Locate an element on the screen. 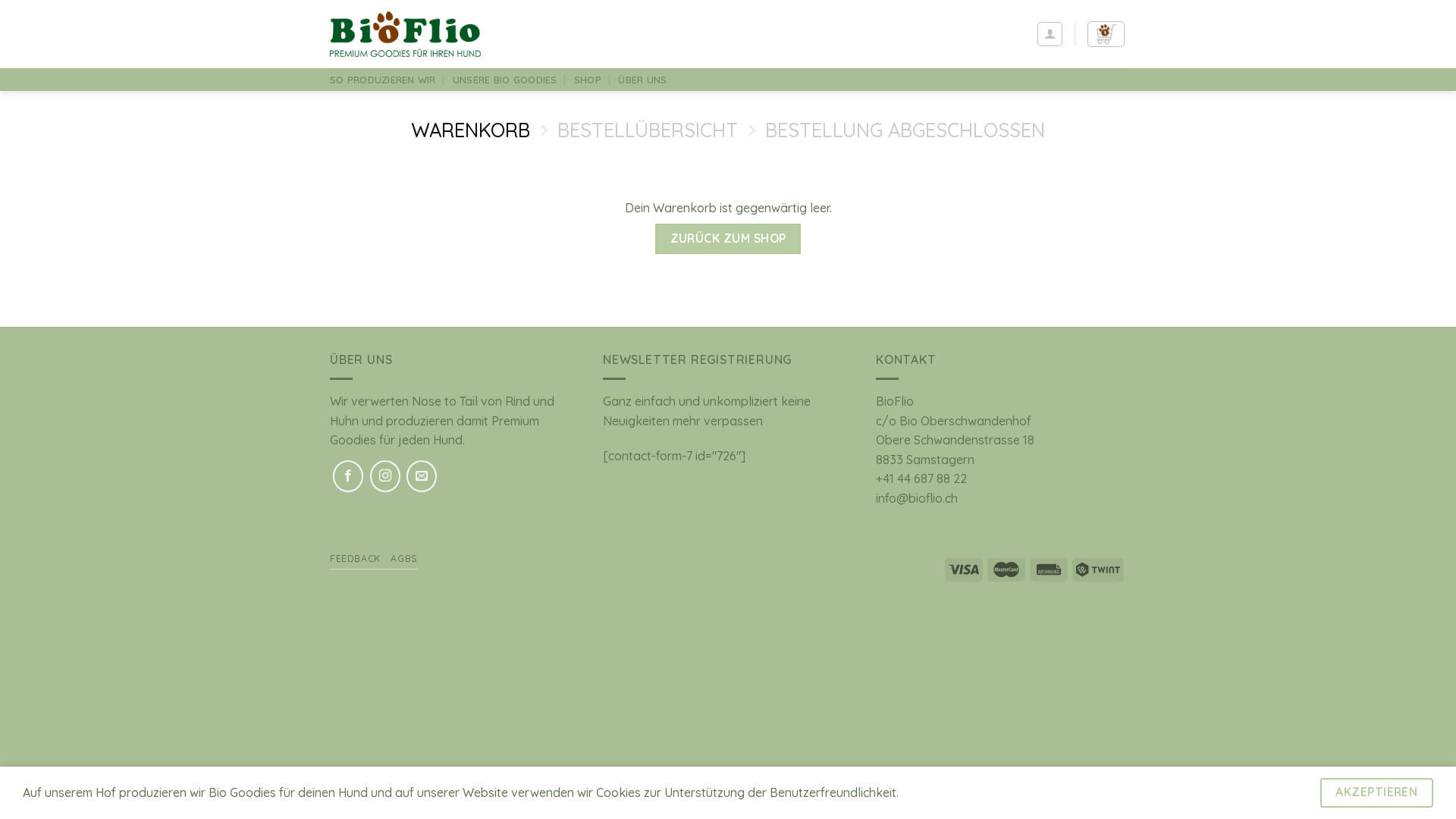 The image size is (1456, 819). 'AGBS' is located at coordinates (390, 558).